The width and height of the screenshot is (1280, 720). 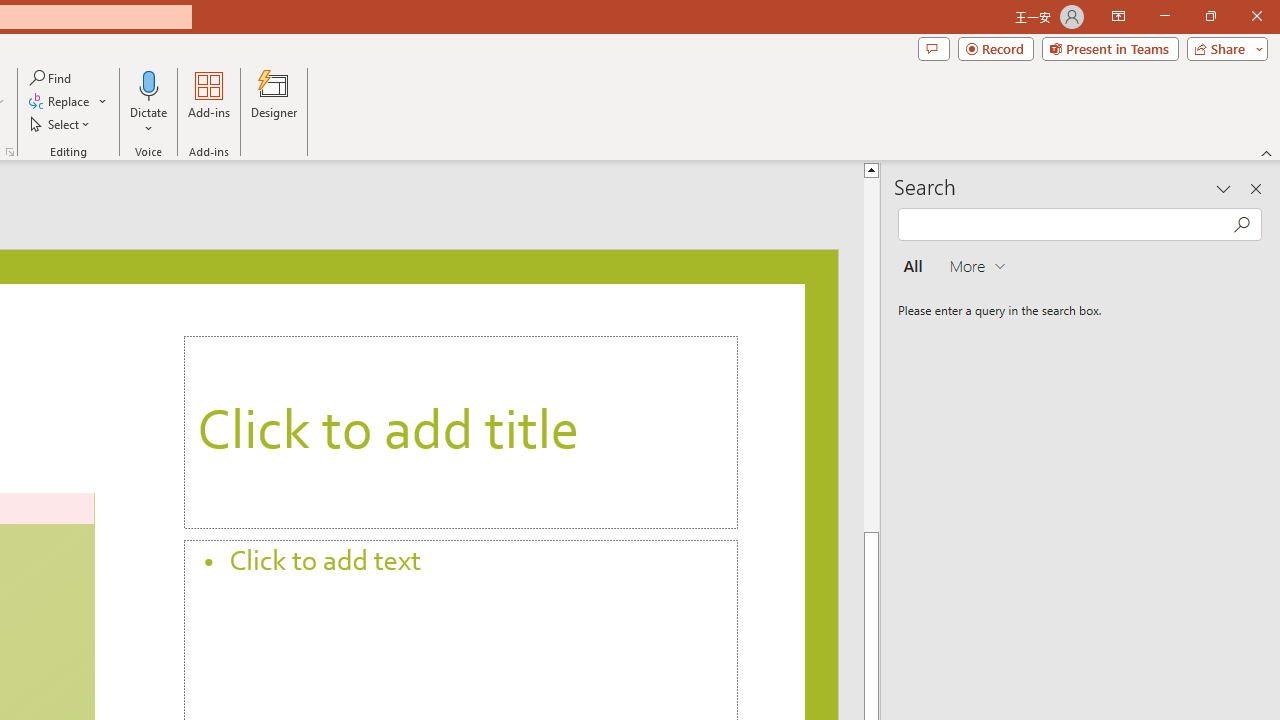 What do you see at coordinates (51, 77) in the screenshot?
I see `'Find...'` at bounding box center [51, 77].